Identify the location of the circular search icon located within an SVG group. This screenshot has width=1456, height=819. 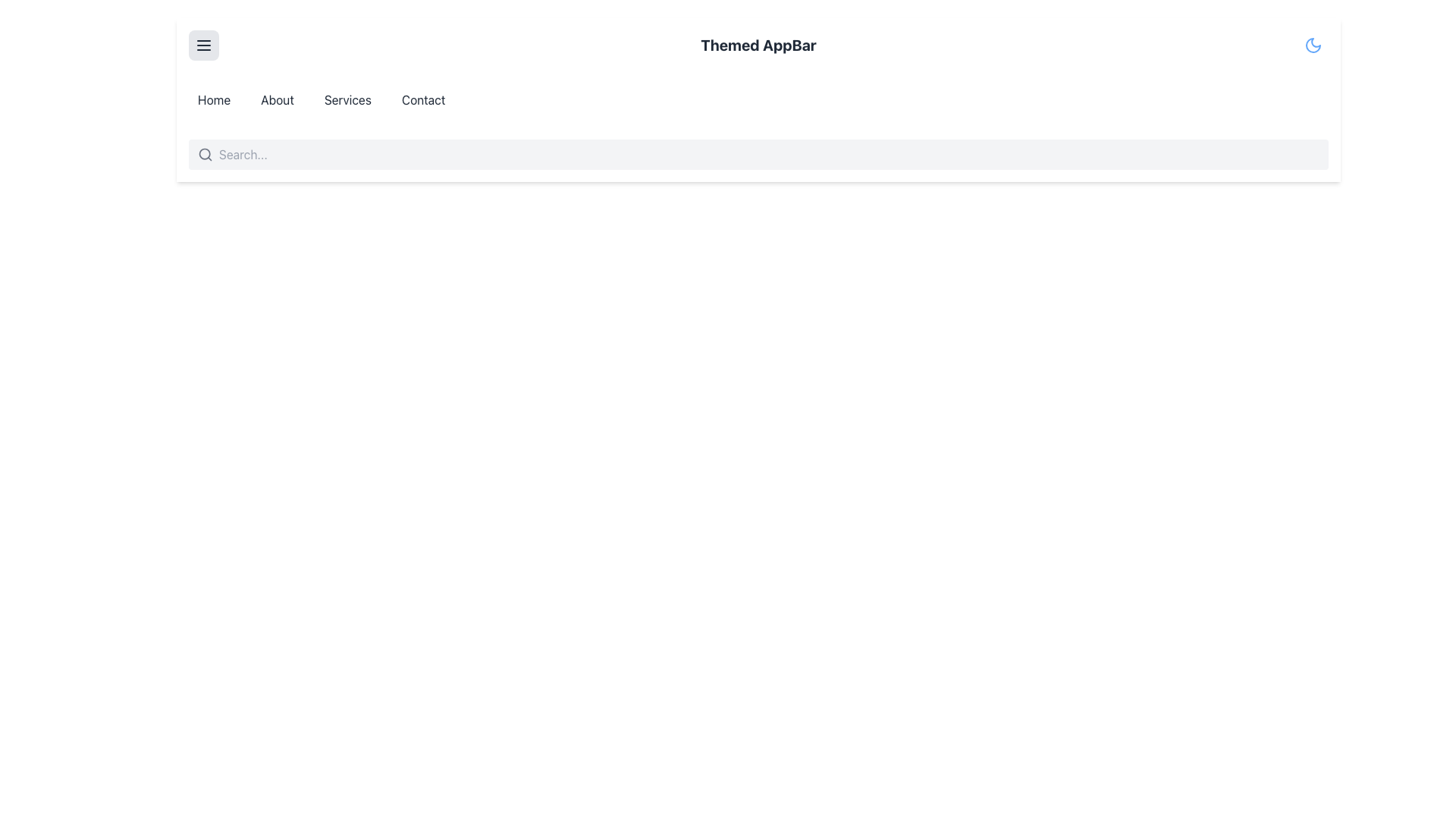
(204, 154).